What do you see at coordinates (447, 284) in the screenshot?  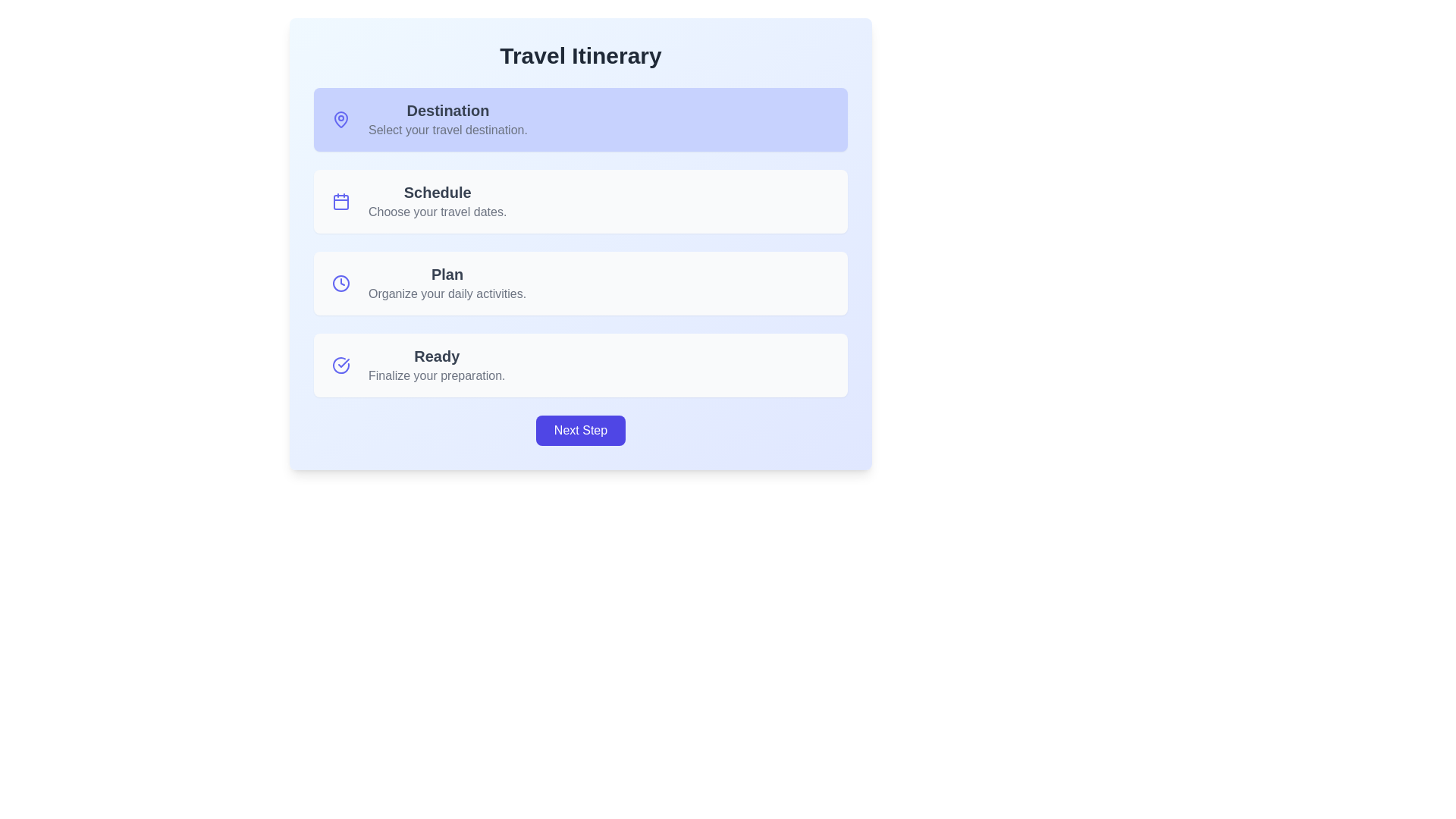 I see `the informational Text block indicating the step 'Plan', which is the third element in a vertical list, located below 'Schedule' and above 'Ready'` at bounding box center [447, 284].